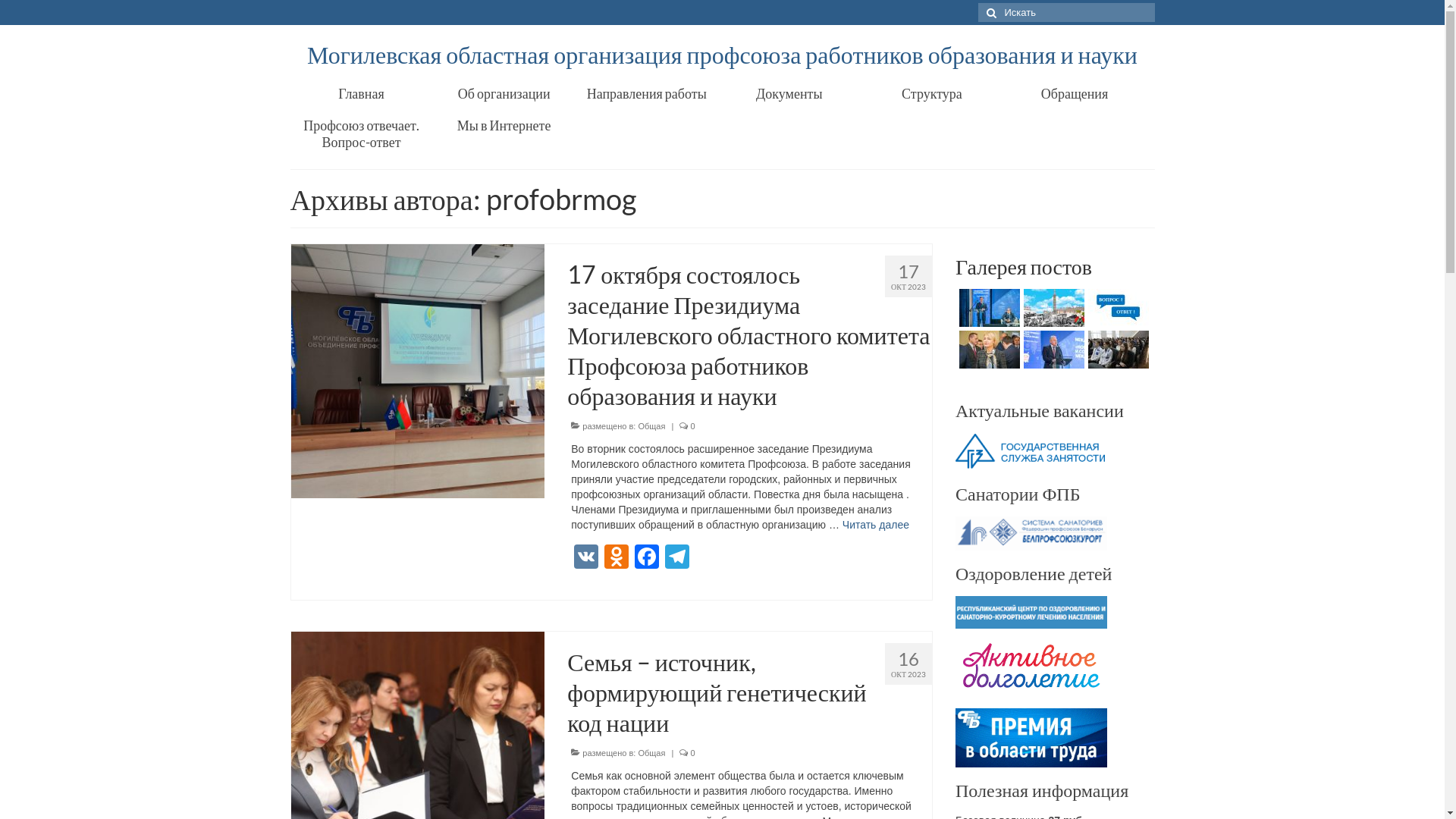  I want to click on 'Facebook', so click(632, 558).